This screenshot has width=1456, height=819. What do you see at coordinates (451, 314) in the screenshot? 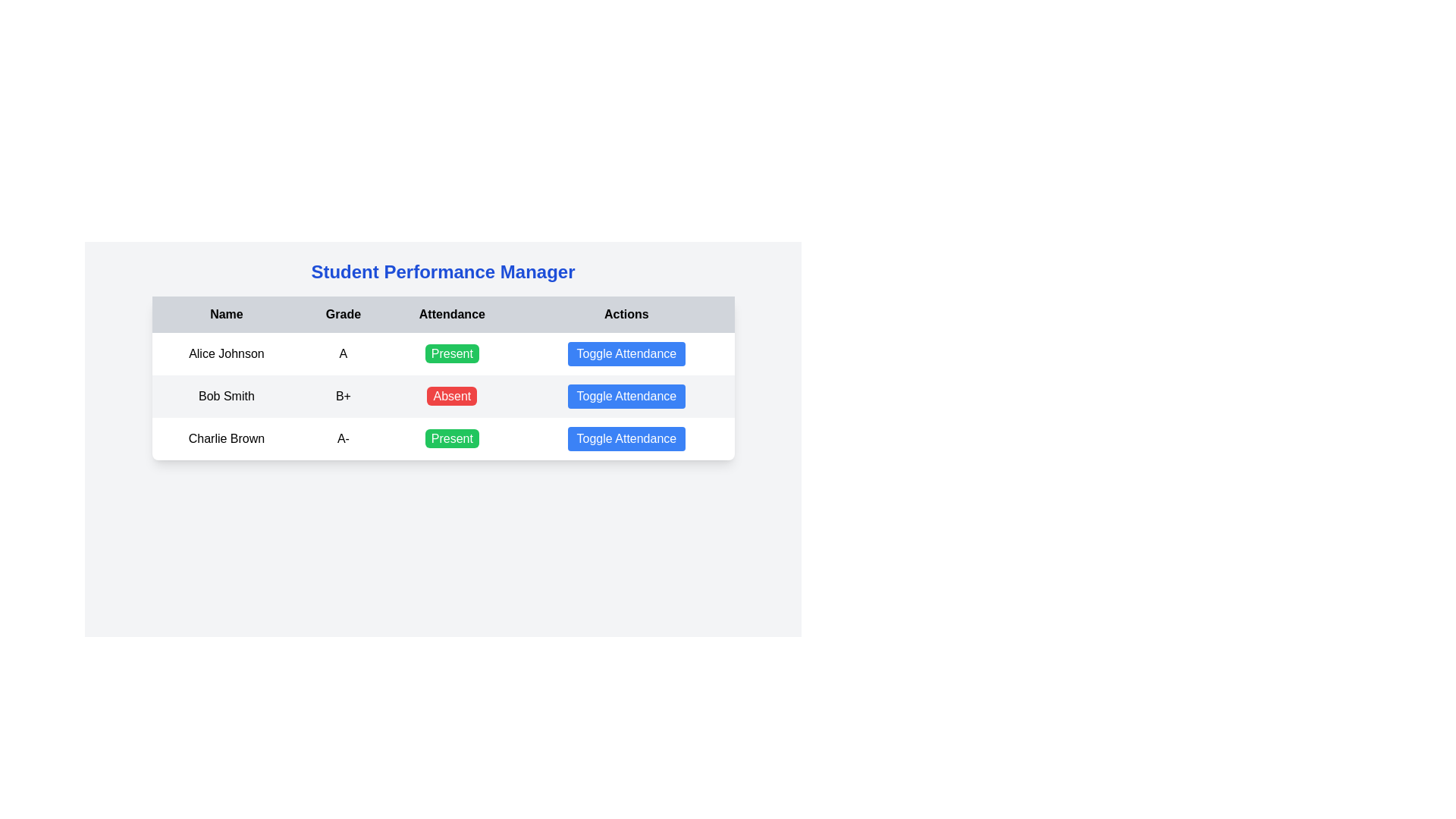
I see `the non-interactive header label that describes the attendance status in the third column of the table` at bounding box center [451, 314].